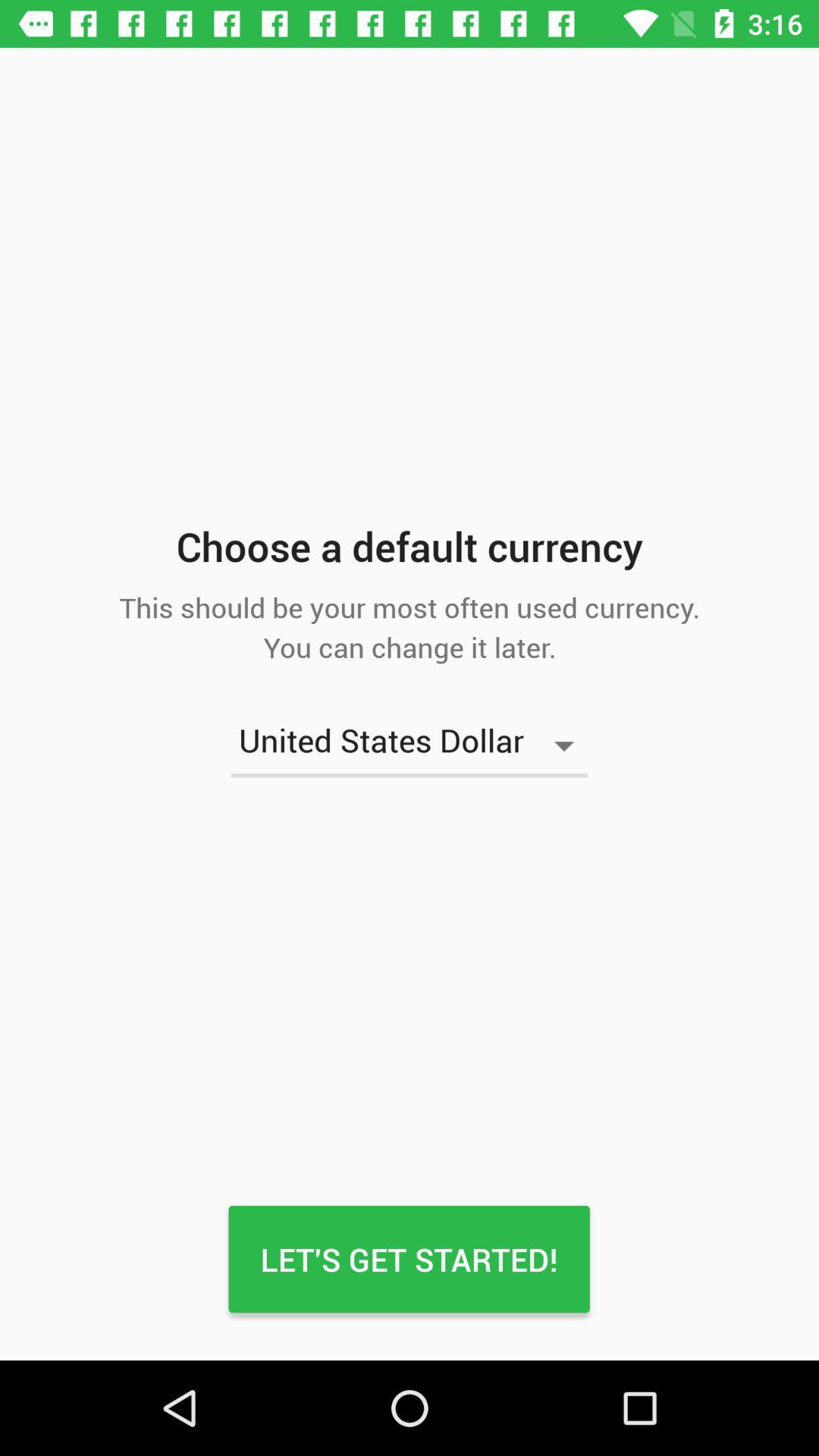 Image resolution: width=819 pixels, height=1456 pixels. I want to click on let s get item, so click(408, 1259).